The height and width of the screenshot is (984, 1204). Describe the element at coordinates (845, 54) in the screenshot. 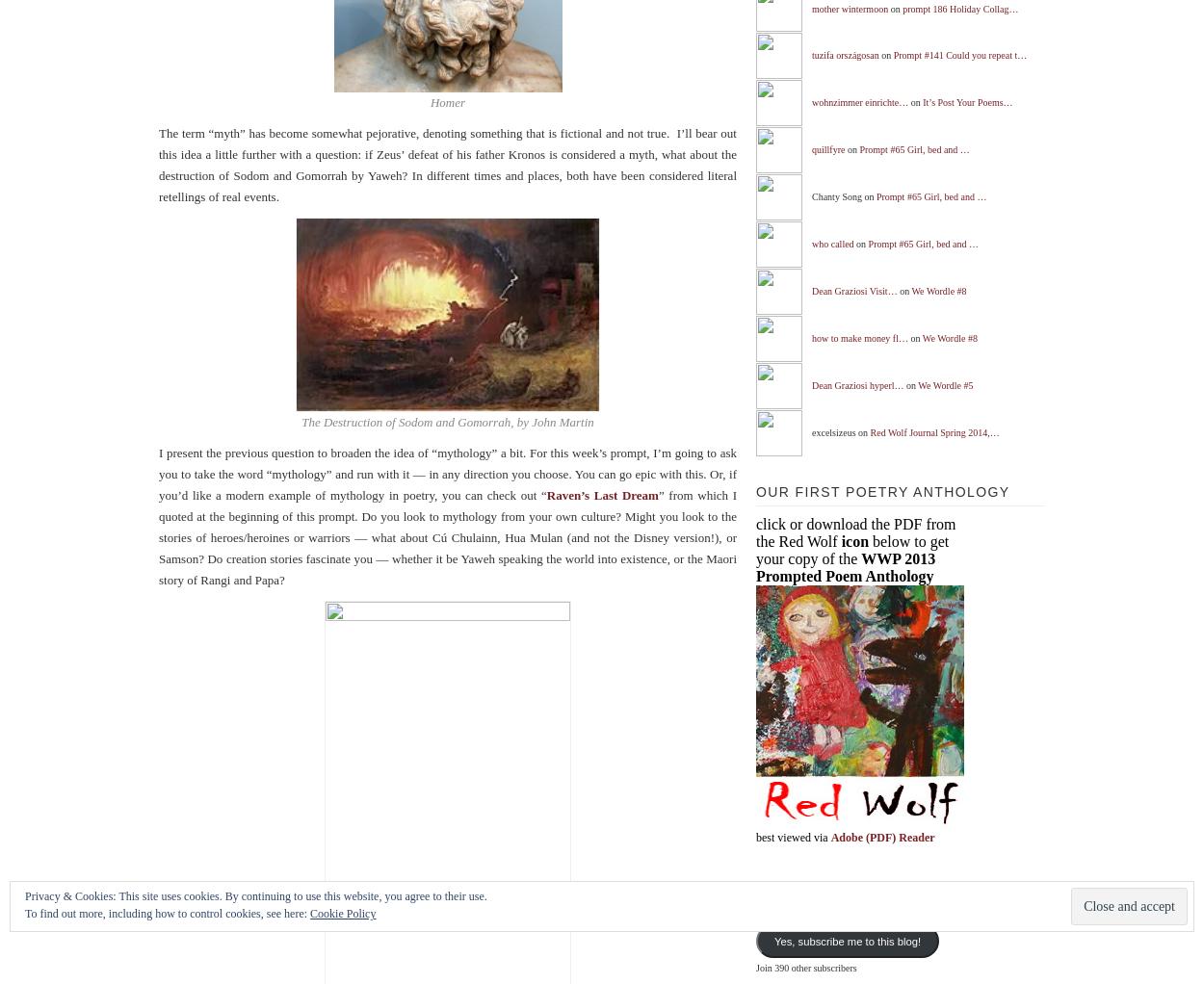

I see `'tuzifa országosan'` at that location.